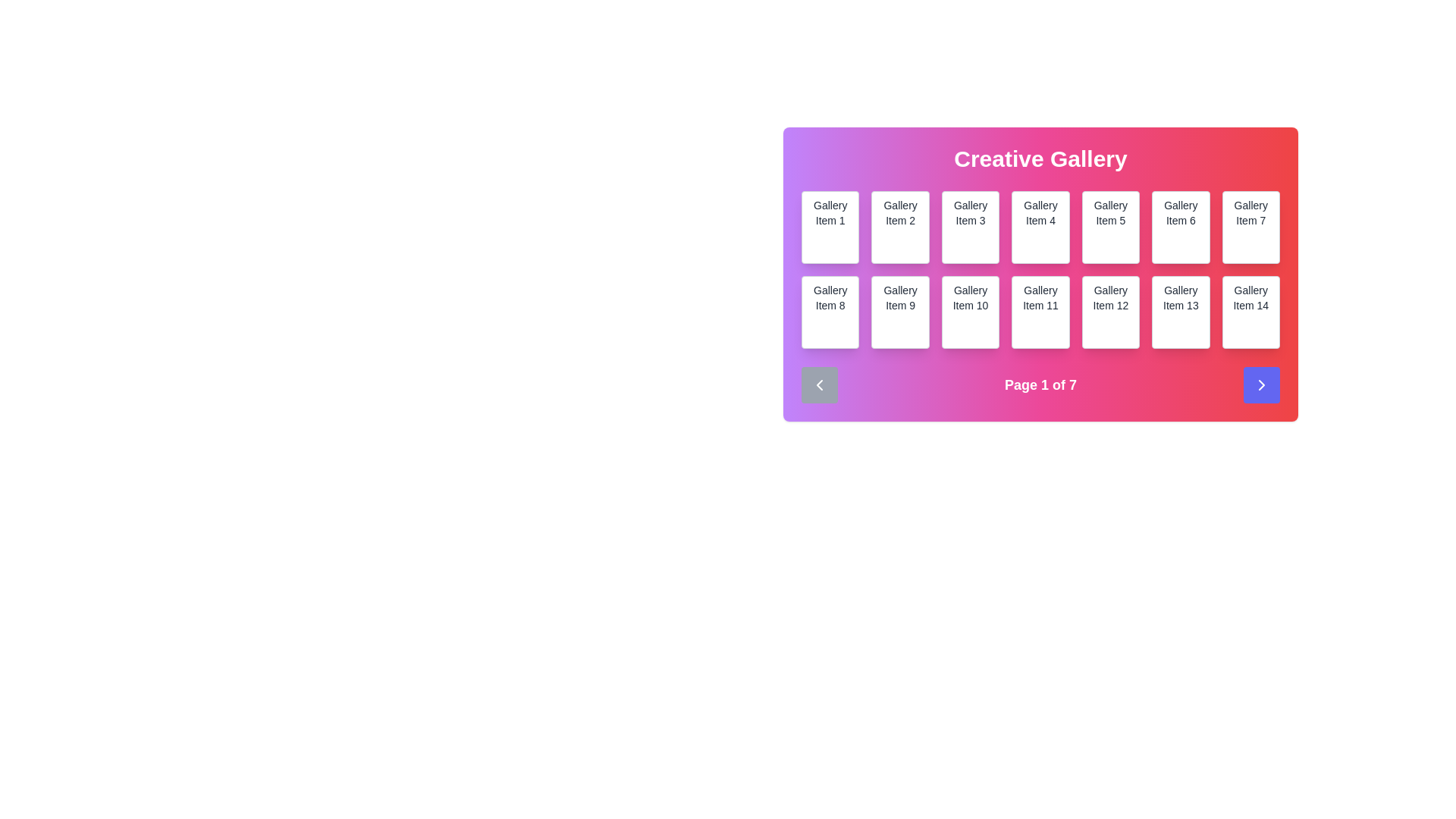  Describe the element at coordinates (1180, 312) in the screenshot. I see `the Static display card that has a white background and displays the text 'Gallery Item 13' in black, located in the second row, sixth column of a 2x7 grid` at that location.